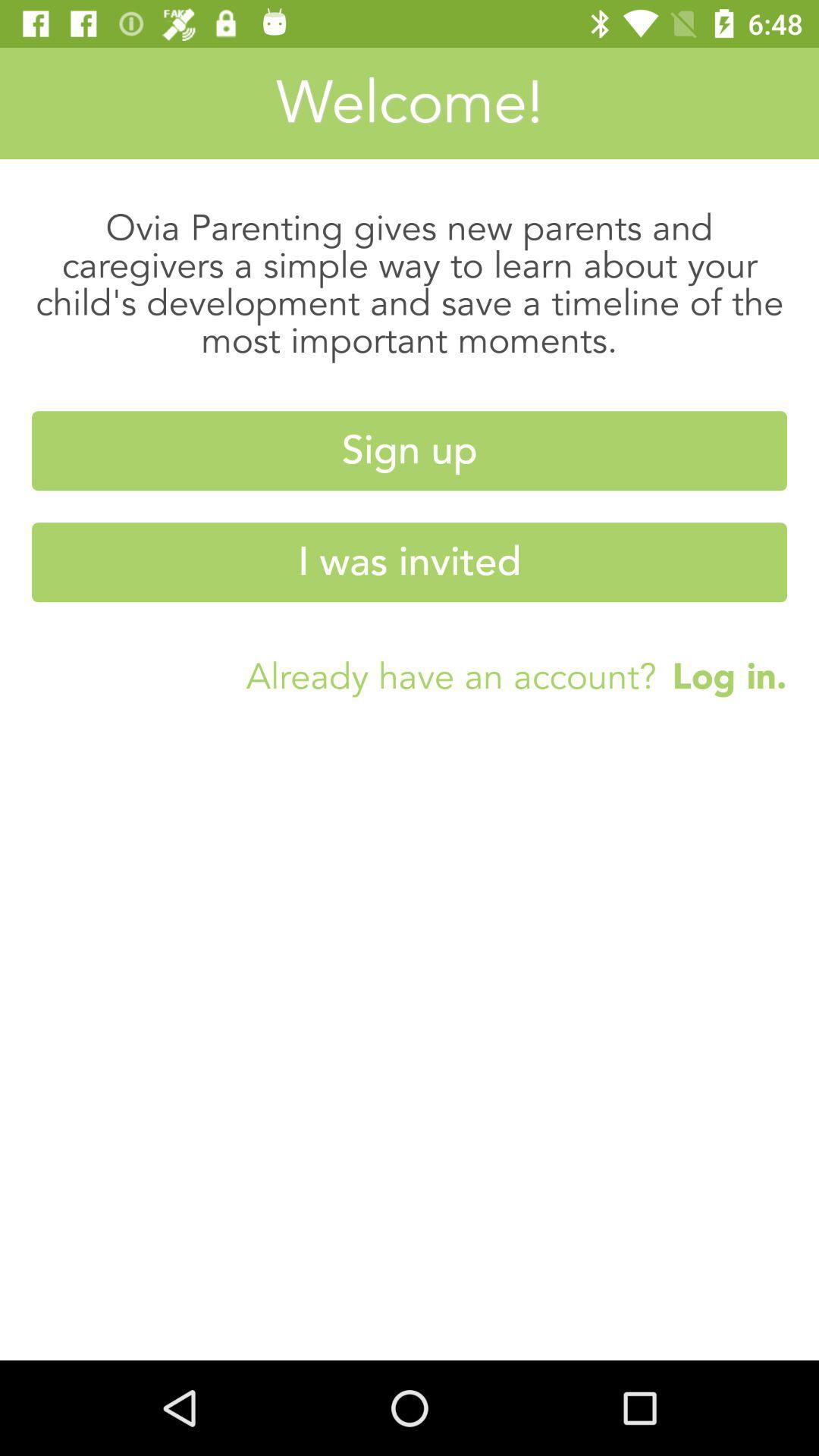 The image size is (819, 1456). Describe the element at coordinates (720, 675) in the screenshot. I see `icon below the i was invited` at that location.